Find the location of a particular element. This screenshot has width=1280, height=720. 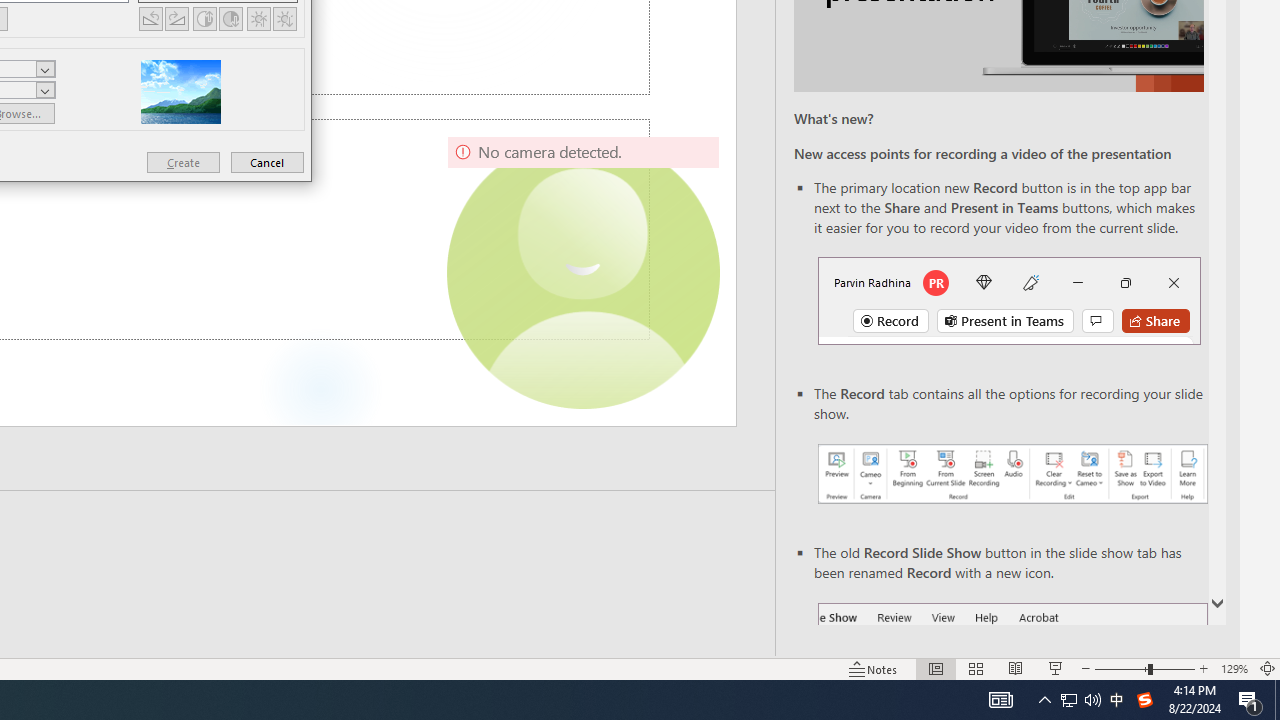

'Show desktop' is located at coordinates (1276, 698).